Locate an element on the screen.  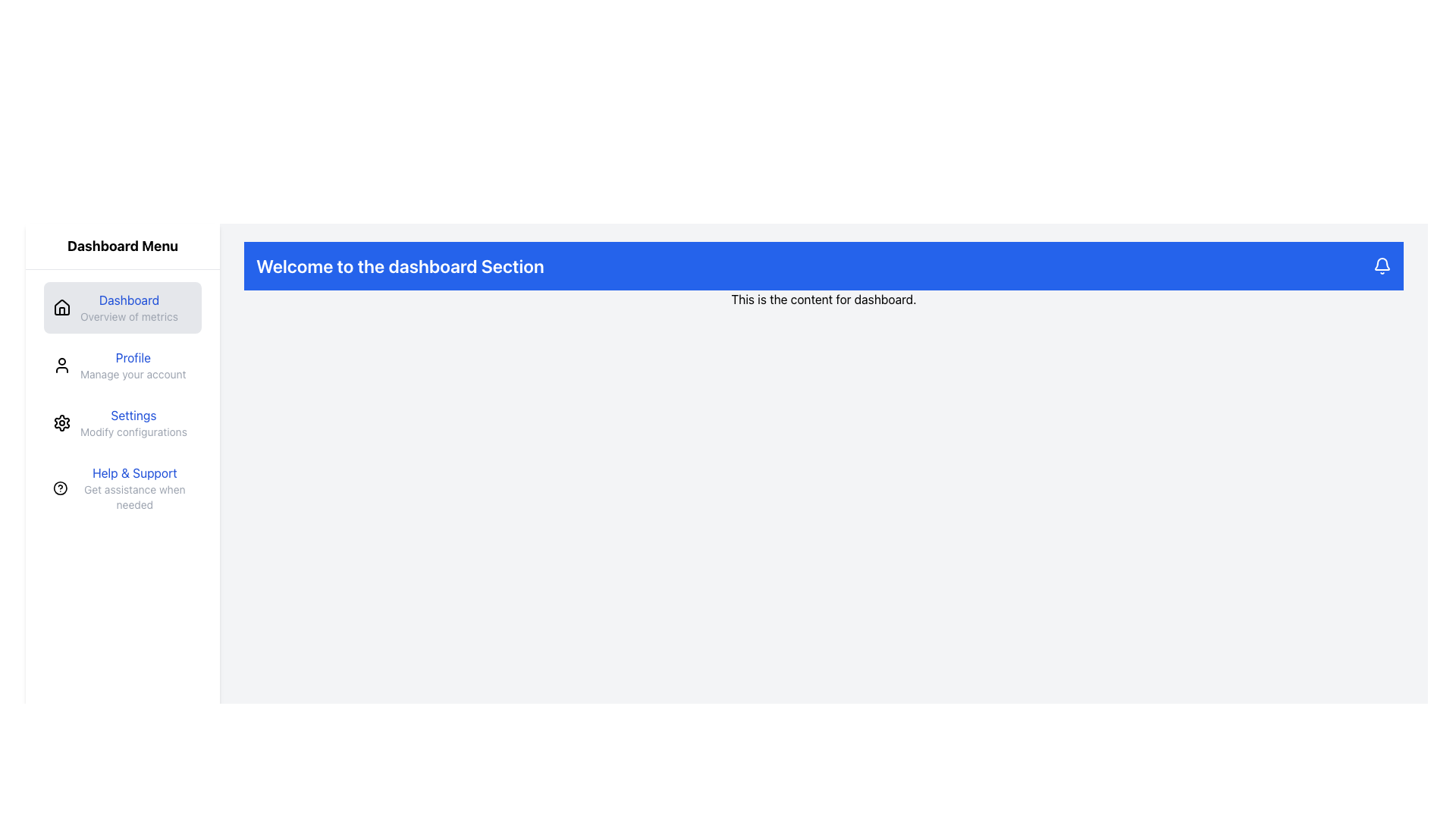
the navigational label for the dashboard section located at the top of the left-hand vertical menu, just below the house icon is located at coordinates (129, 307).